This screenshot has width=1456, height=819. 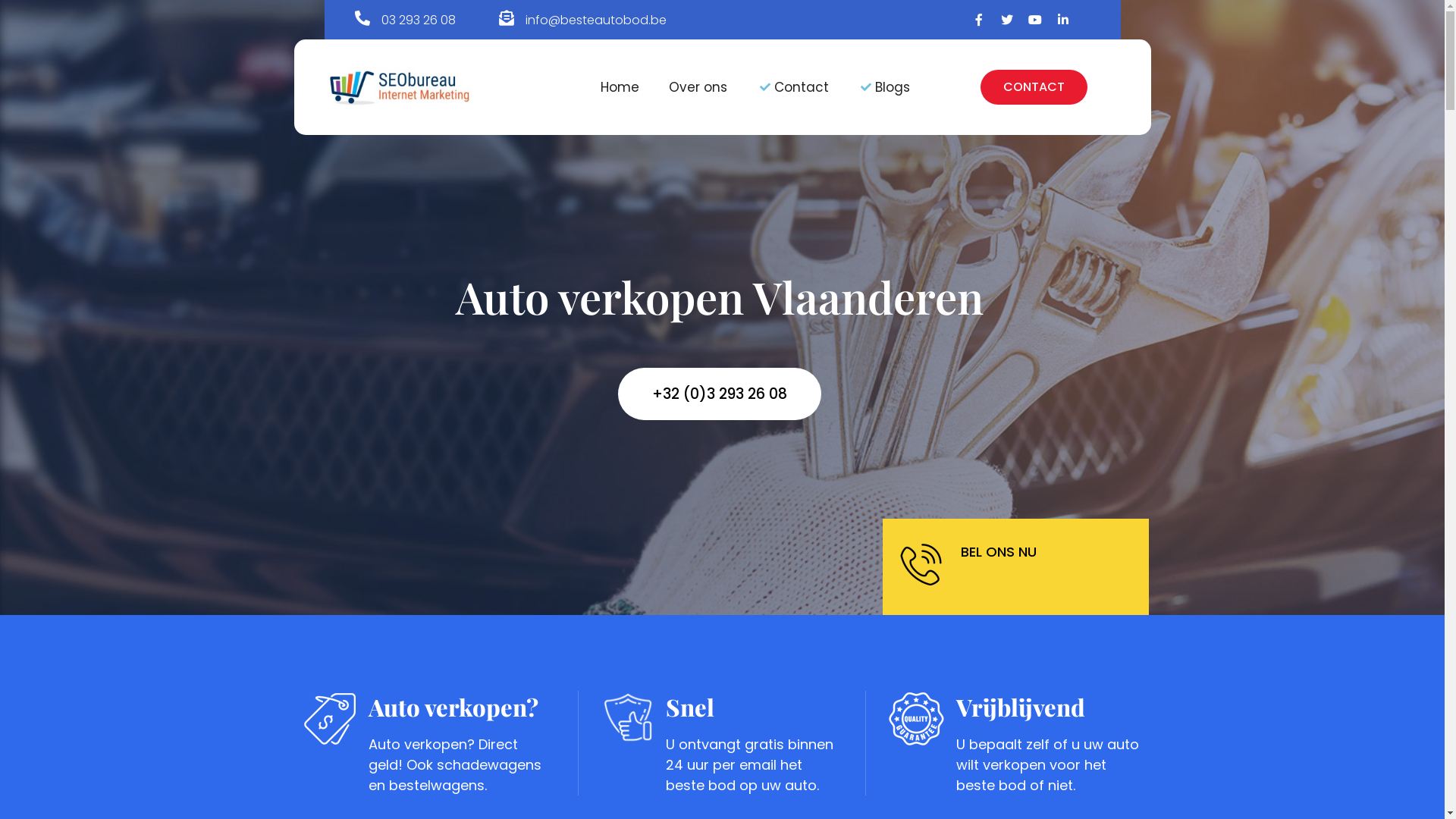 I want to click on 'Contact', so click(x=757, y=87).